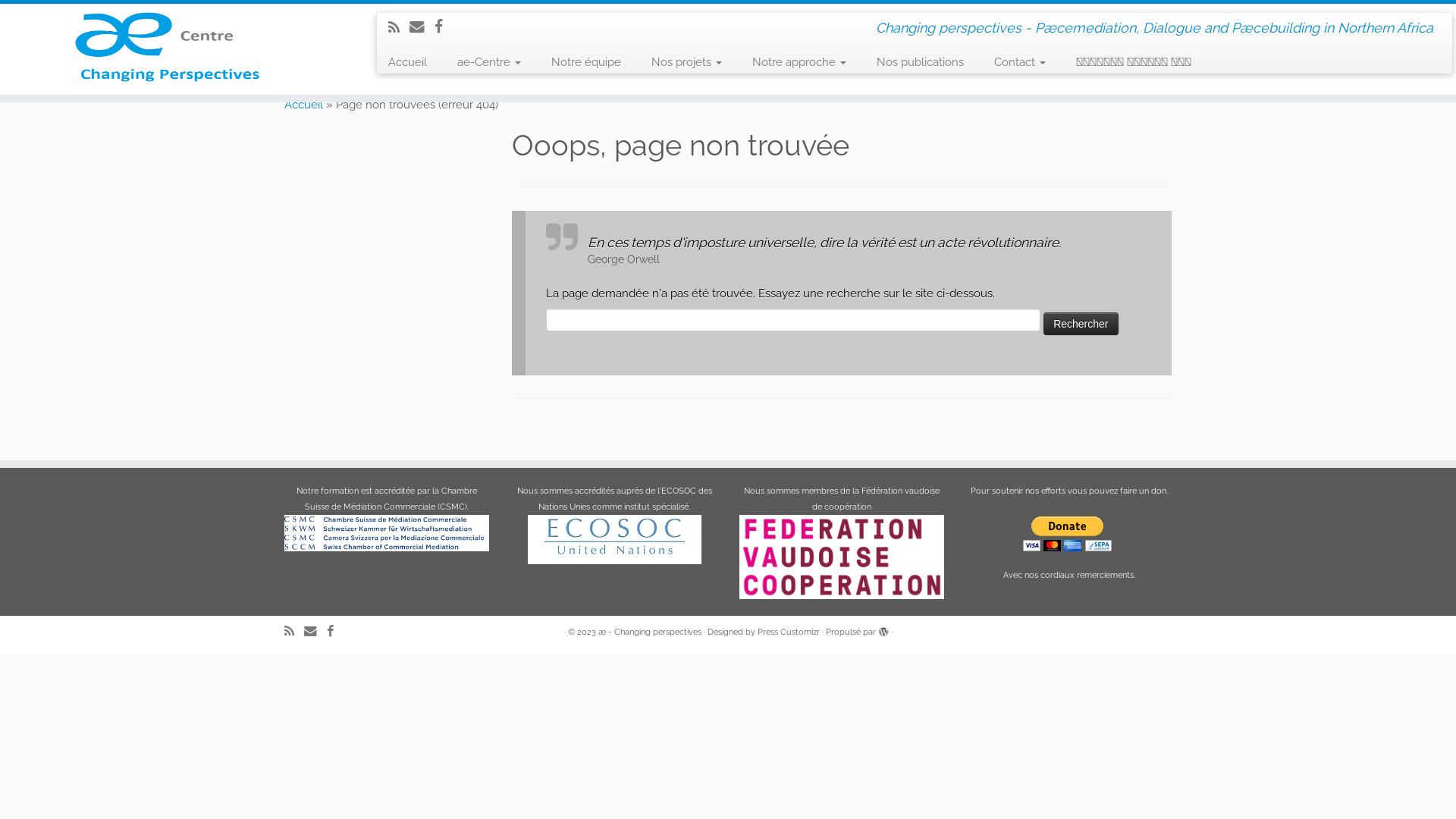  Describe the element at coordinates (315, 631) in the screenshot. I see `'E-mail'` at that location.